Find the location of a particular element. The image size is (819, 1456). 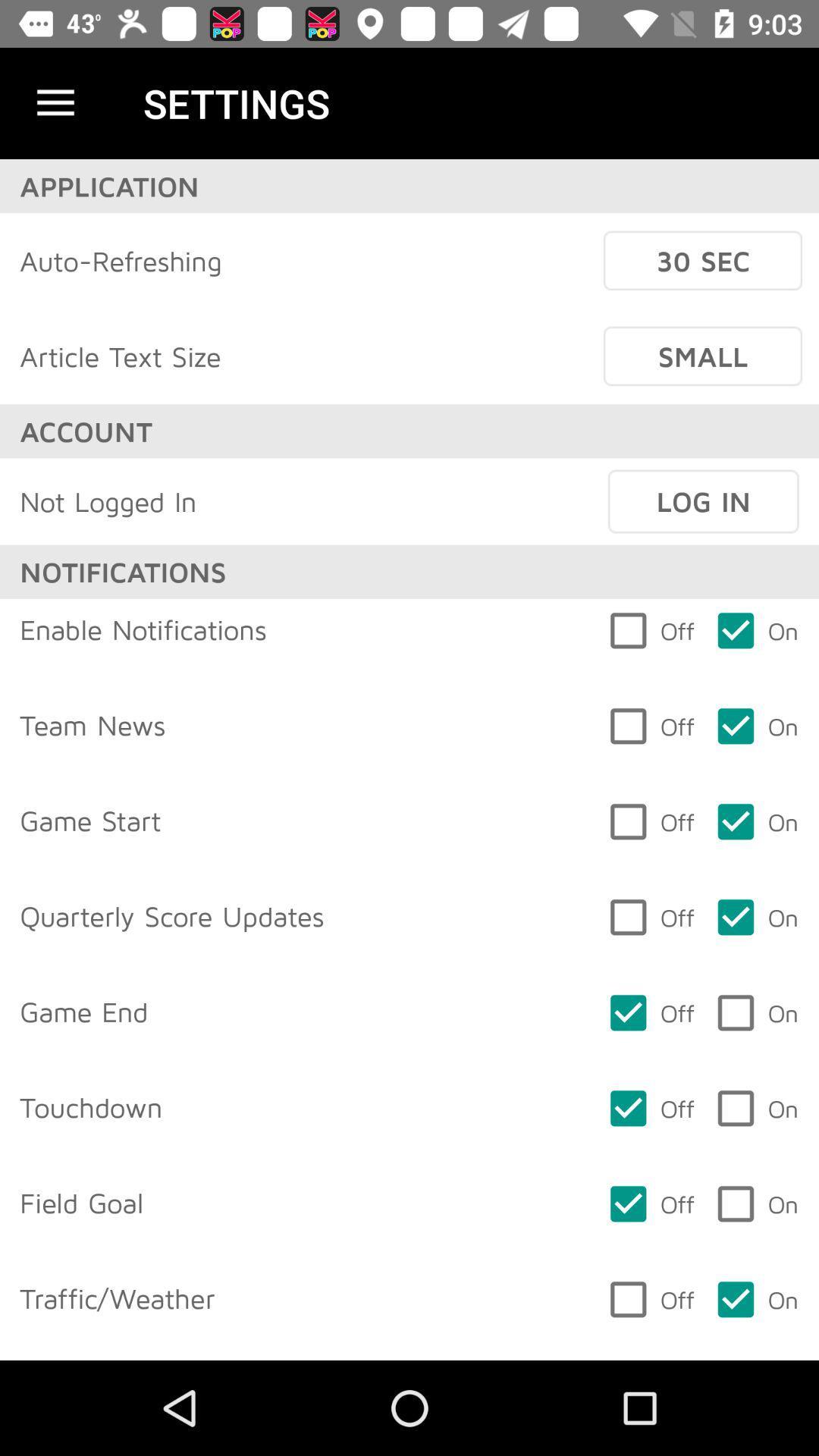

item above off item is located at coordinates (703, 501).